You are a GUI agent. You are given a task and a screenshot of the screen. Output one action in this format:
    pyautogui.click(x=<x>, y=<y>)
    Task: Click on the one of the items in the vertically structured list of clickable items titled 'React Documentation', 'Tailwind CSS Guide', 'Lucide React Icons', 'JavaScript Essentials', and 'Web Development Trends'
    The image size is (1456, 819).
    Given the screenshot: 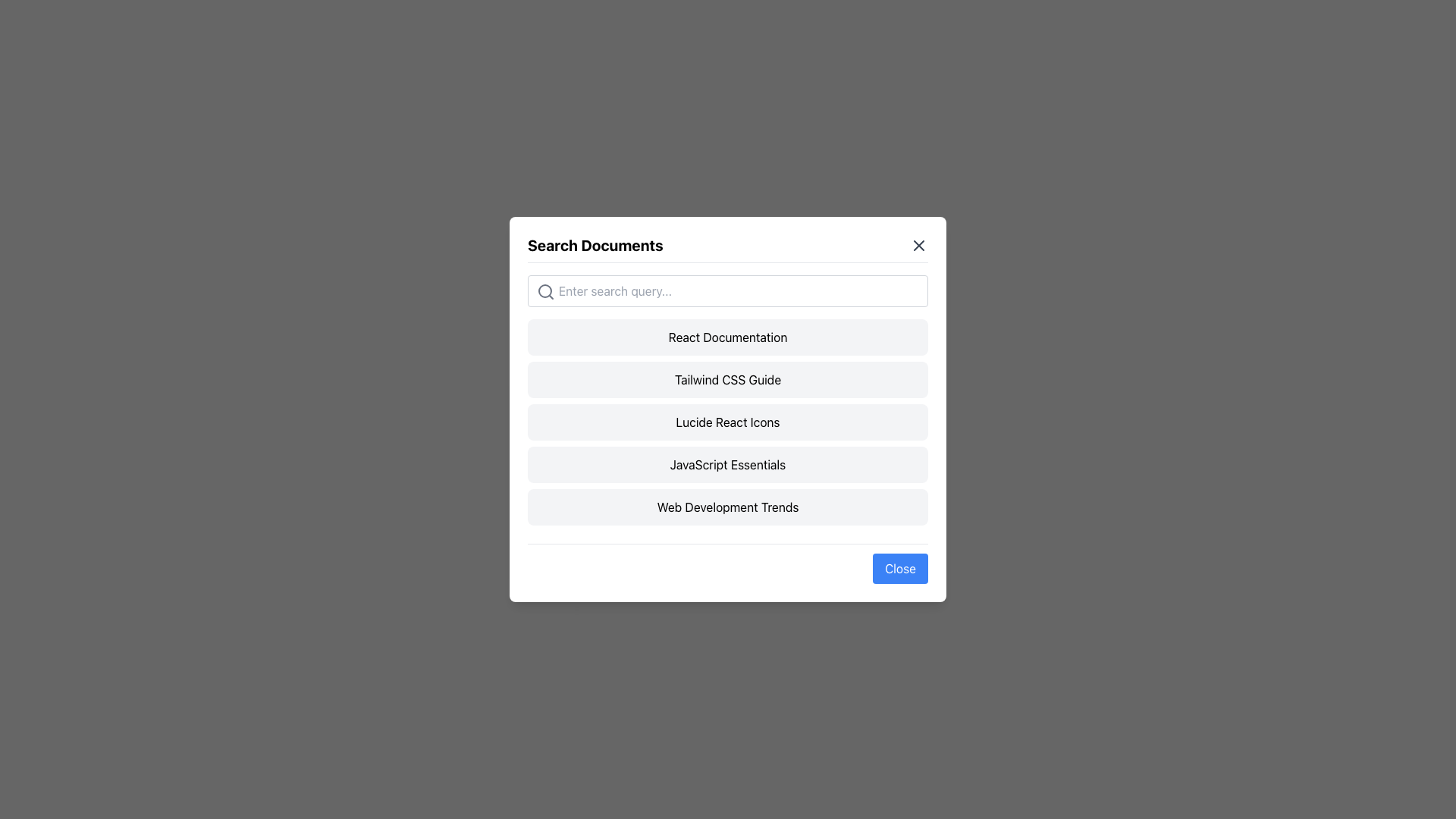 What is the action you would take?
    pyautogui.click(x=728, y=400)
    